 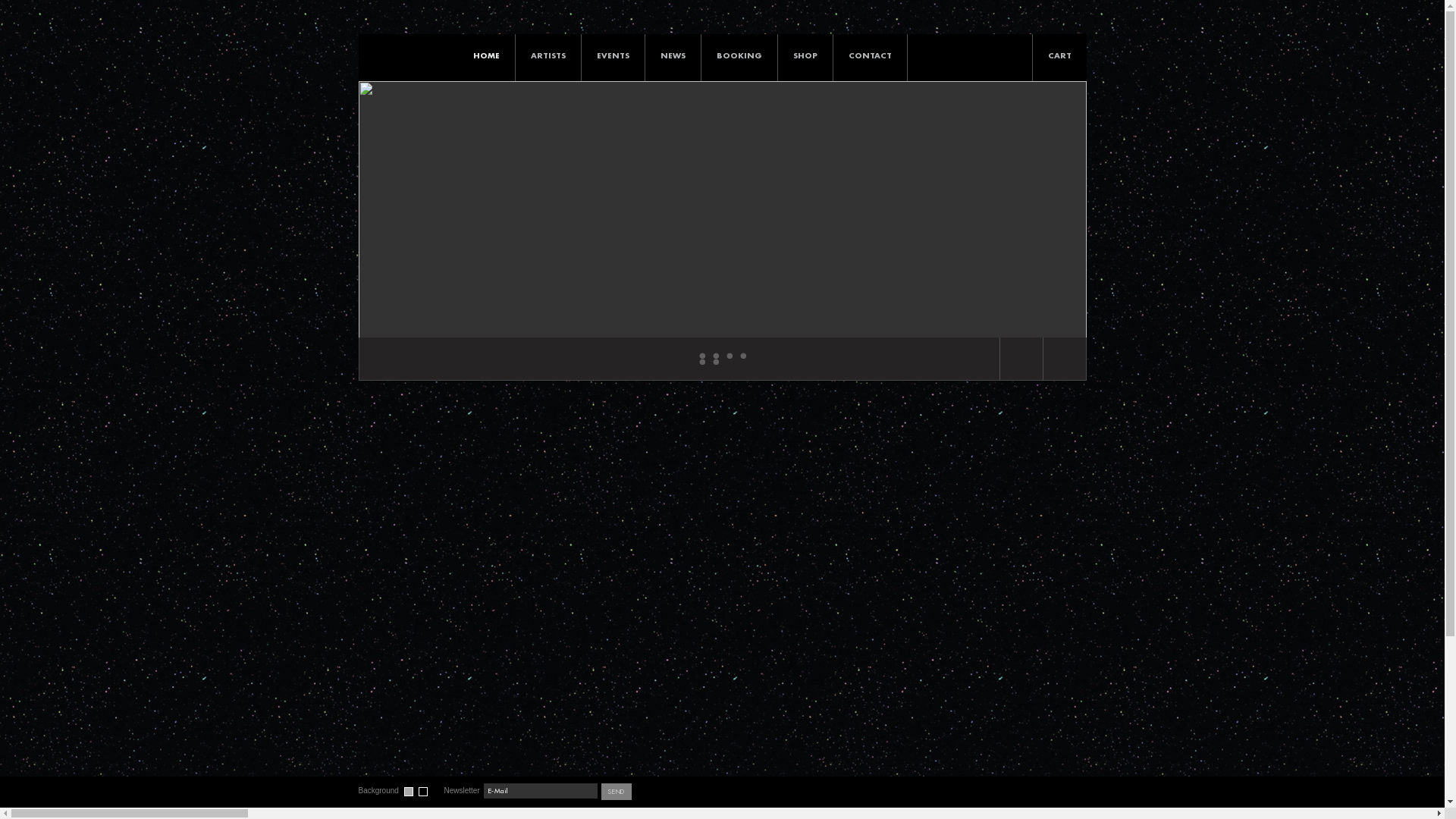 What do you see at coordinates (1059, 75) in the screenshot?
I see `'CART'` at bounding box center [1059, 75].